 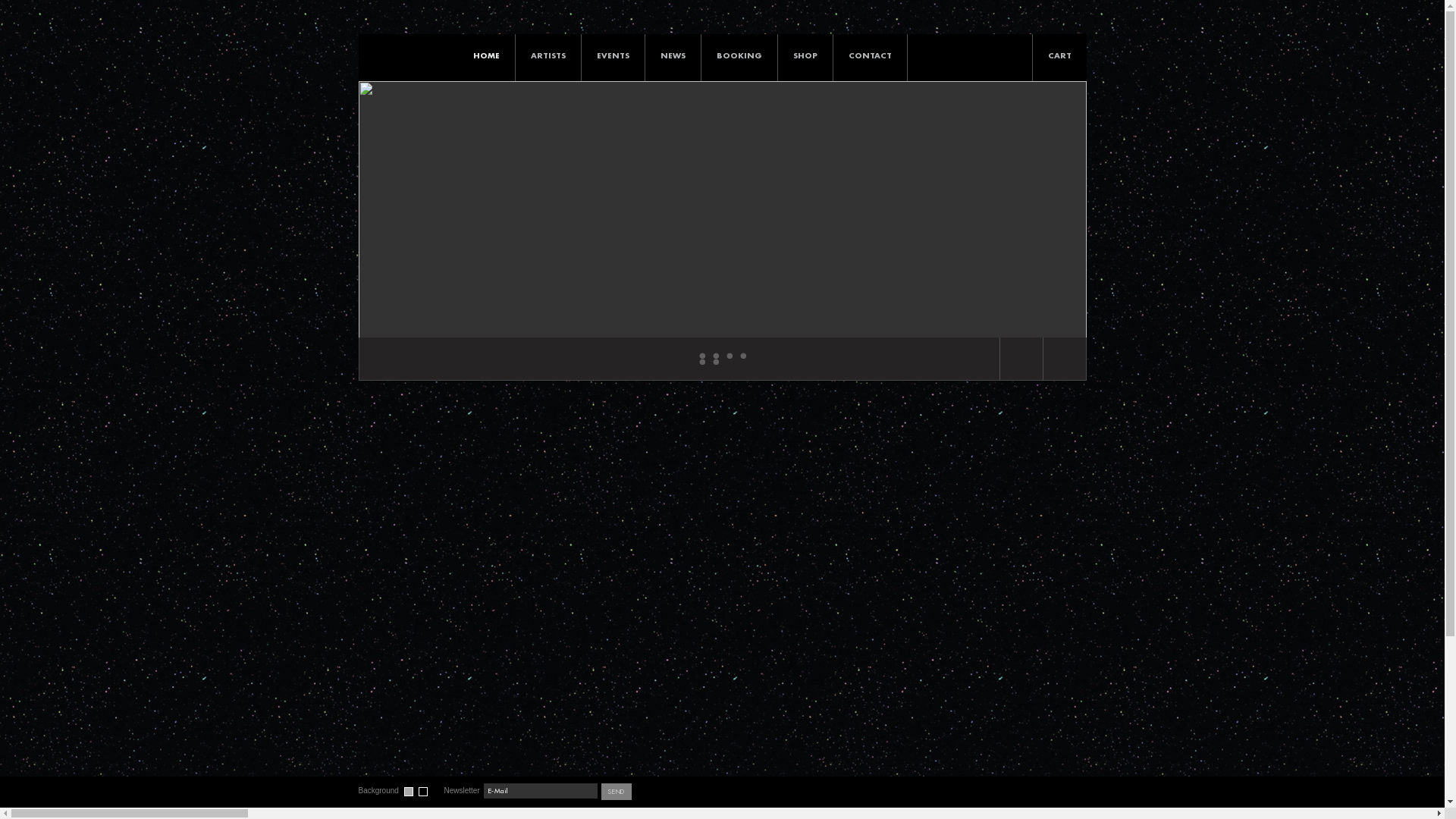 What do you see at coordinates (1059, 75) in the screenshot?
I see `'CART'` at bounding box center [1059, 75].